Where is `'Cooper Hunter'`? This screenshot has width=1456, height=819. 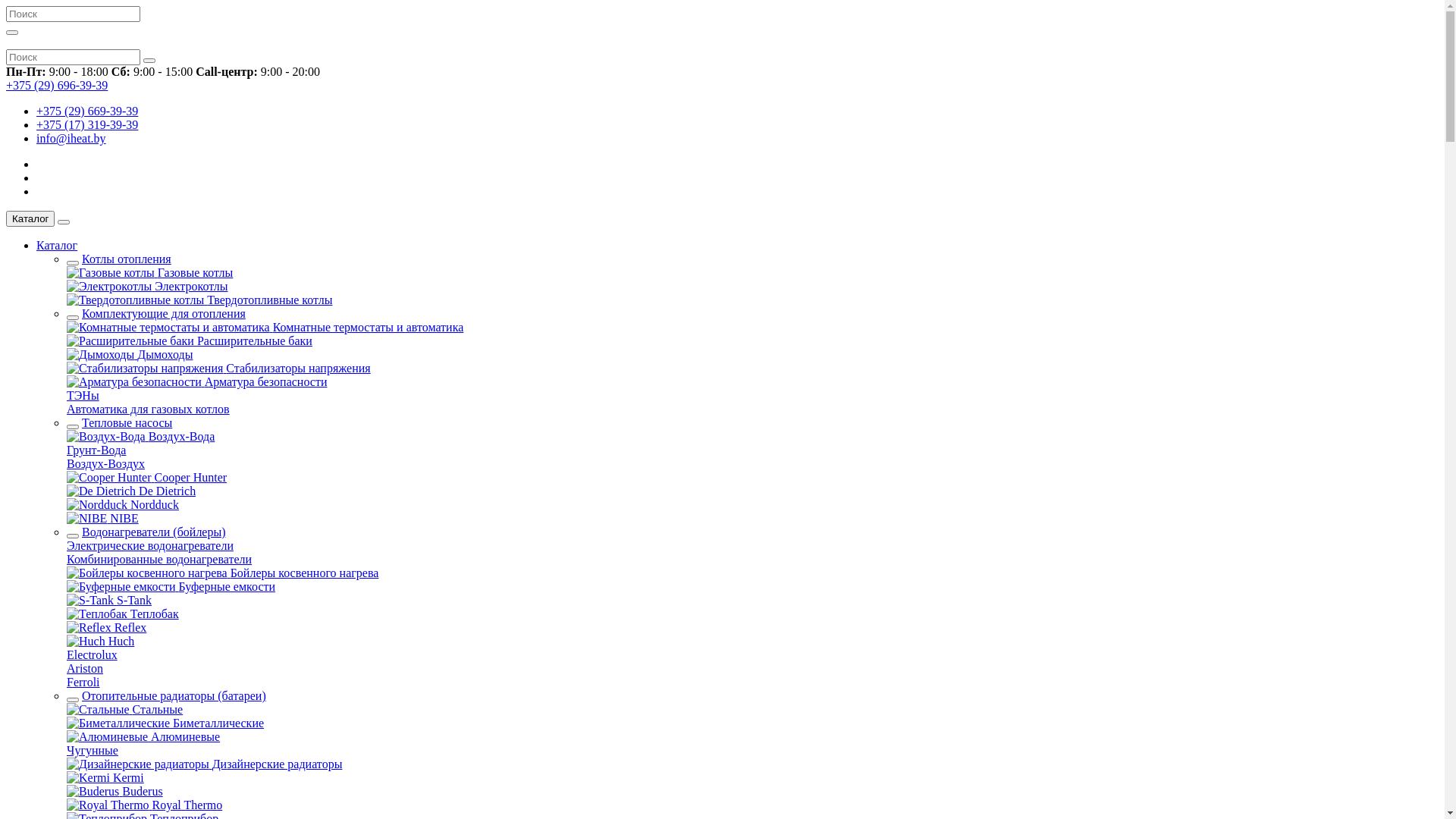
'Cooper Hunter' is located at coordinates (146, 476).